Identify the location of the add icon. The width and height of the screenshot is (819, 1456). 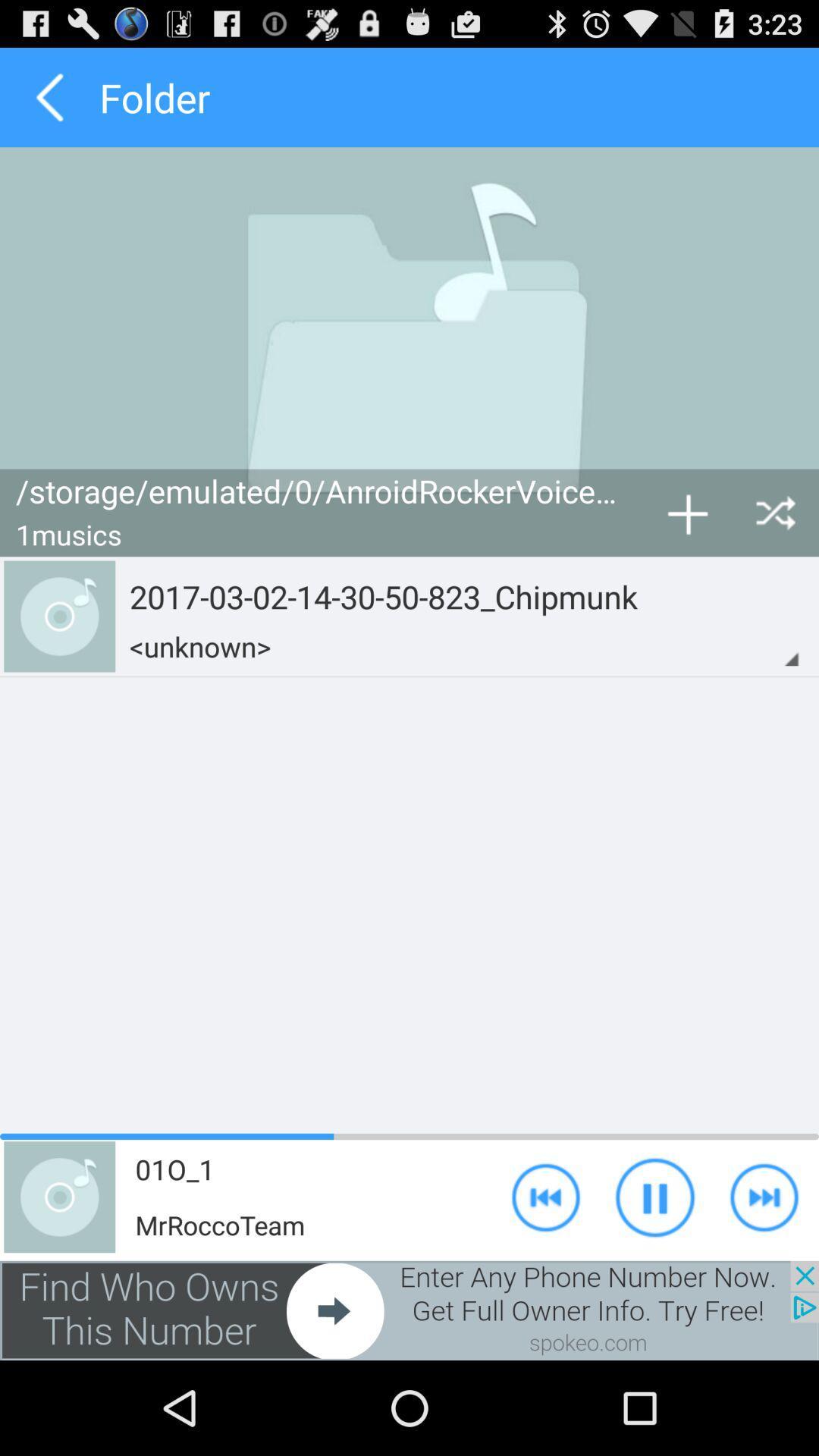
(687, 548).